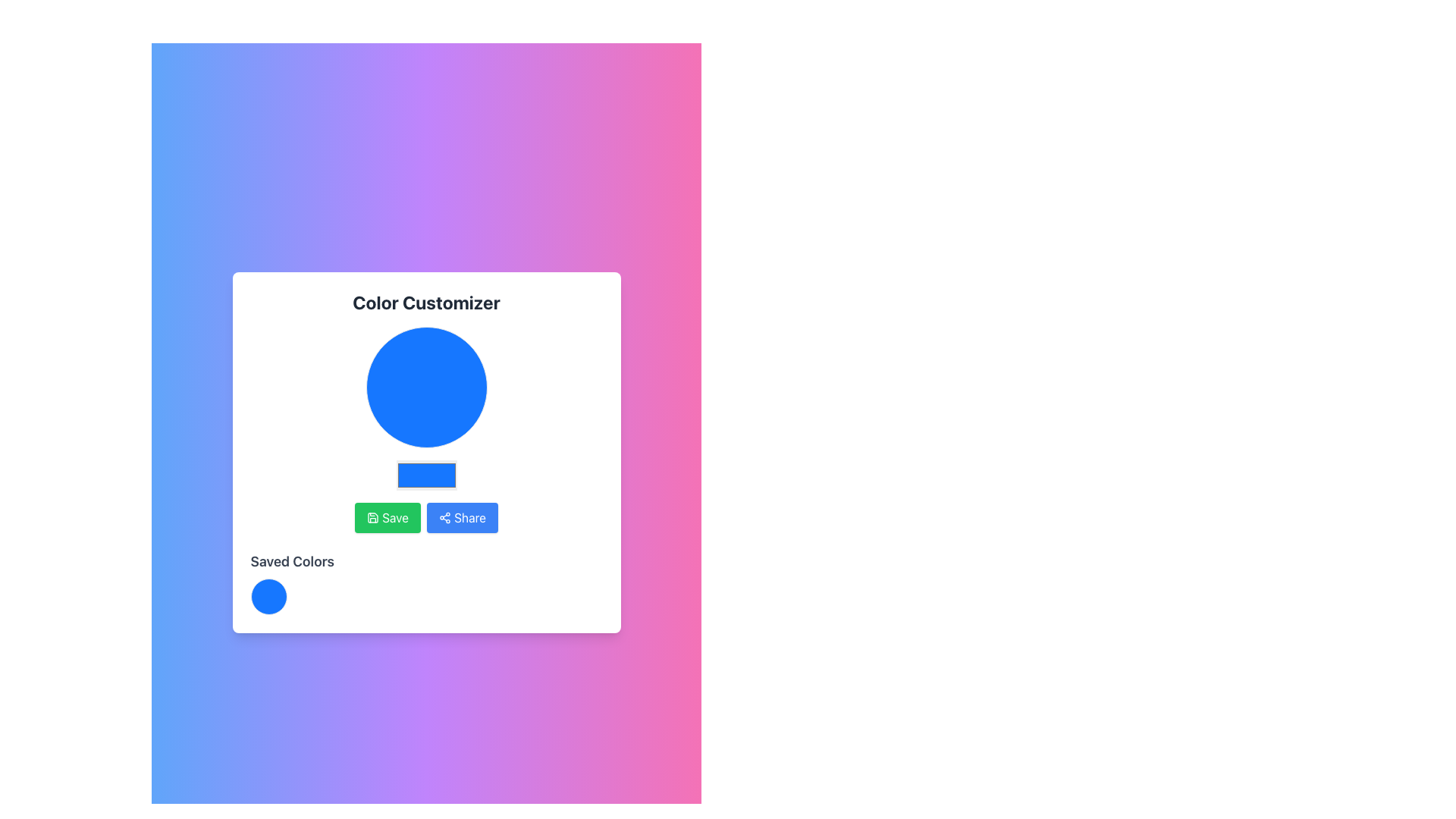 The height and width of the screenshot is (819, 1456). Describe the element at coordinates (268, 595) in the screenshot. I see `the saved color button located in the 'Saved Colors' section at the bottom left of the white card interface` at that location.